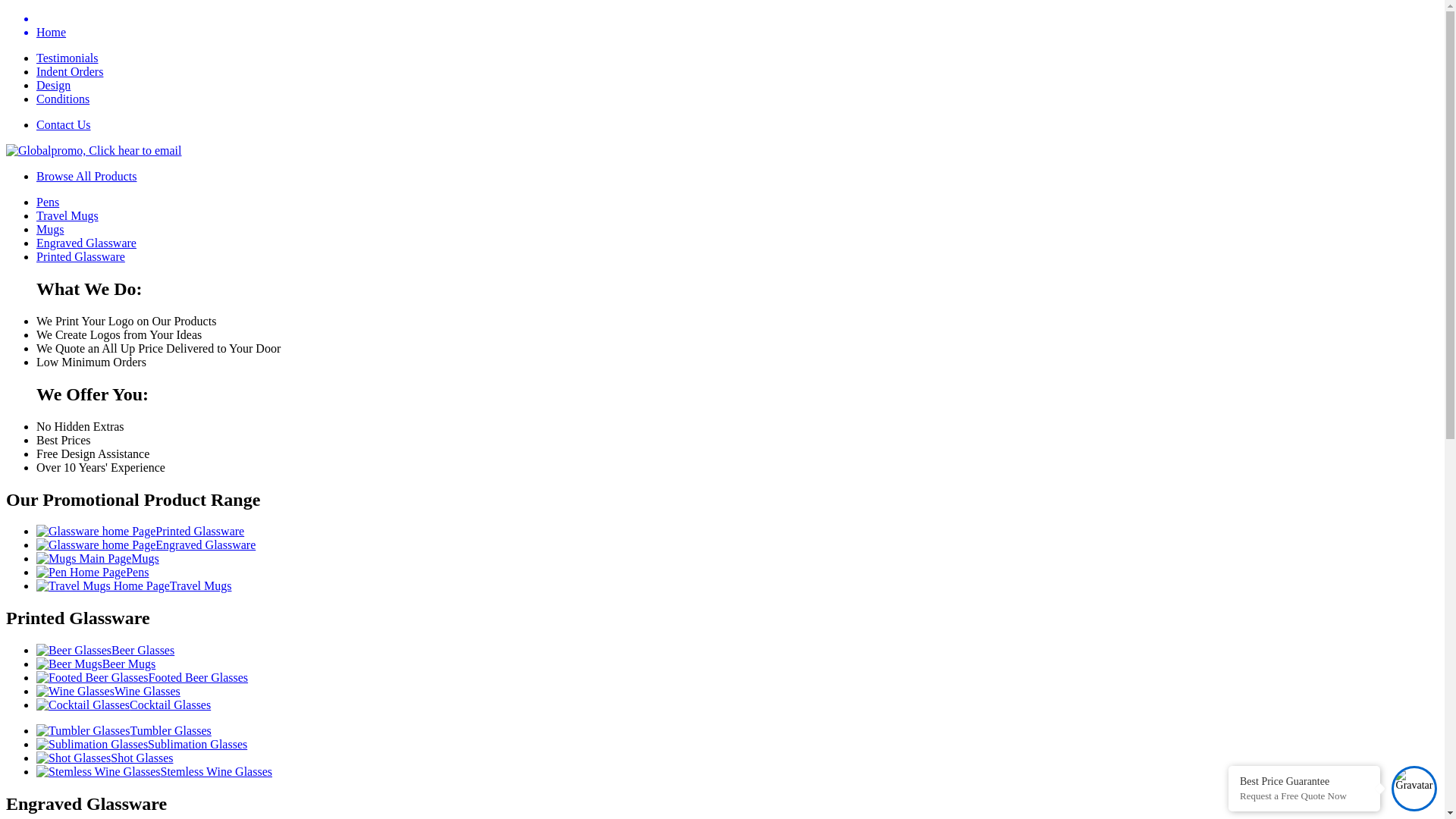 Image resolution: width=1456 pixels, height=819 pixels. I want to click on 'Mugs', so click(97, 558).